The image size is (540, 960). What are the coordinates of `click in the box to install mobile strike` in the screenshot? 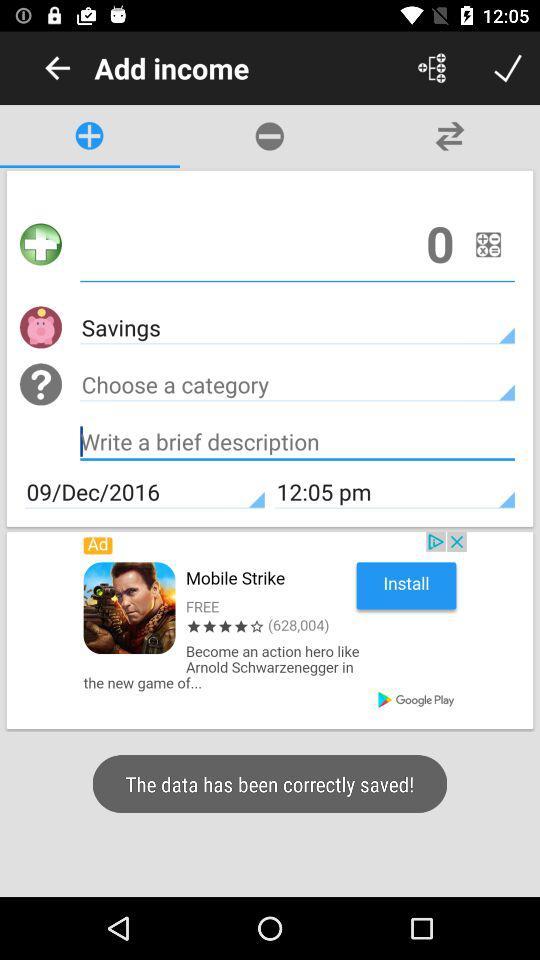 It's located at (270, 629).